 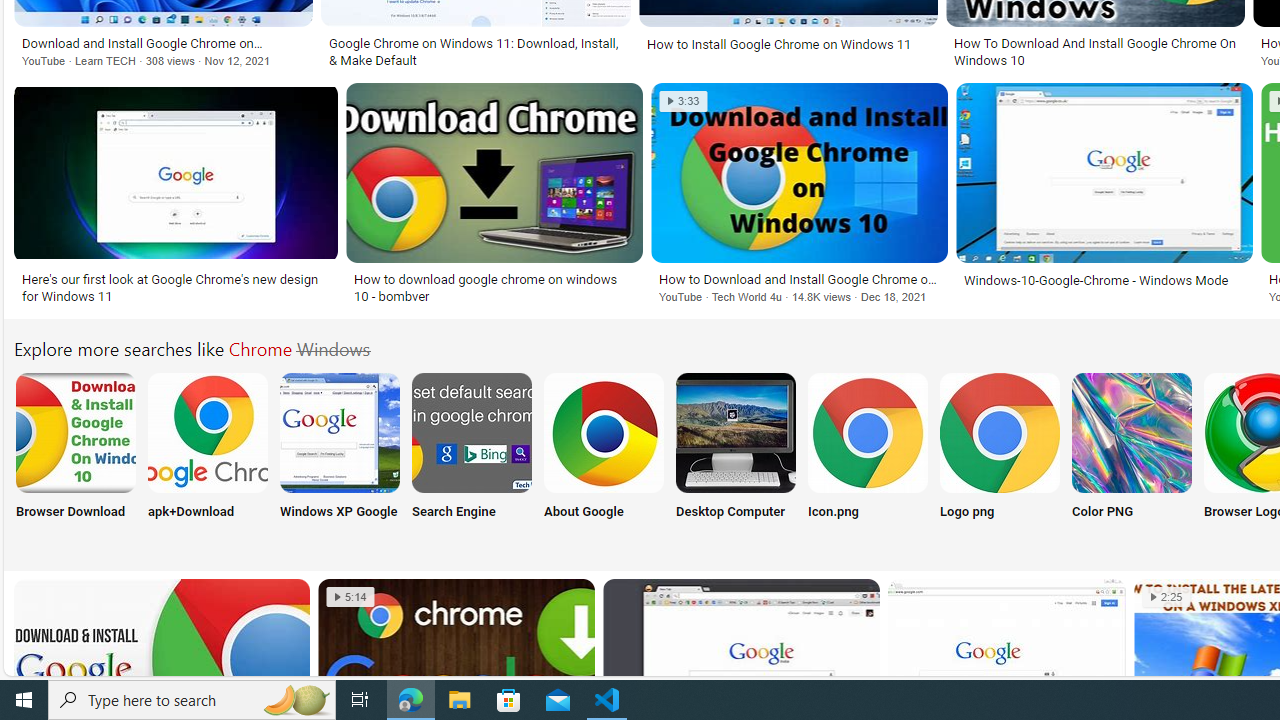 I want to click on 'Chrome Color PNG Color PNG', so click(x=1132, y=458).